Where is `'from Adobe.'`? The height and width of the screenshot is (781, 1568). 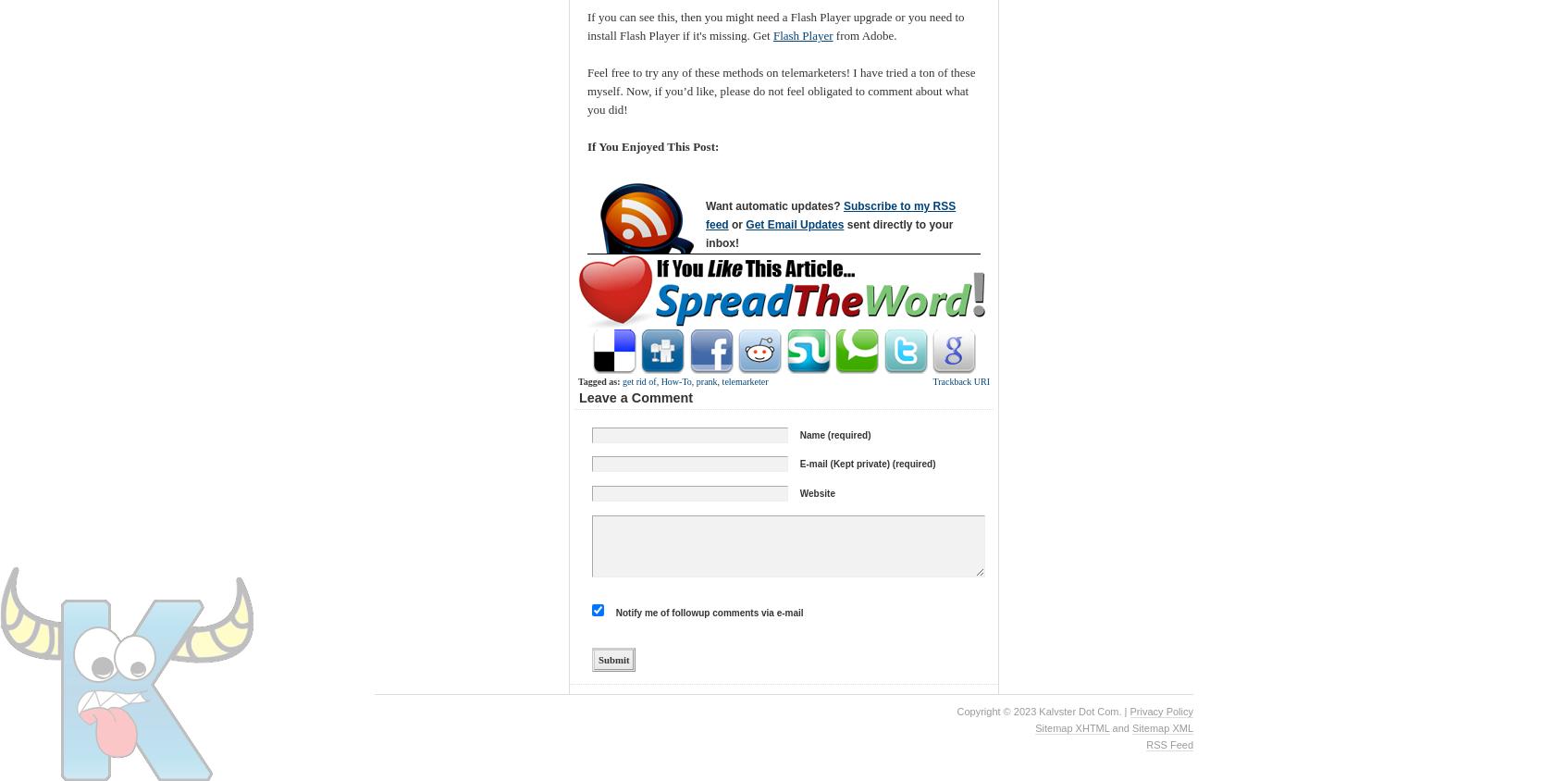
'from Adobe.' is located at coordinates (864, 34).